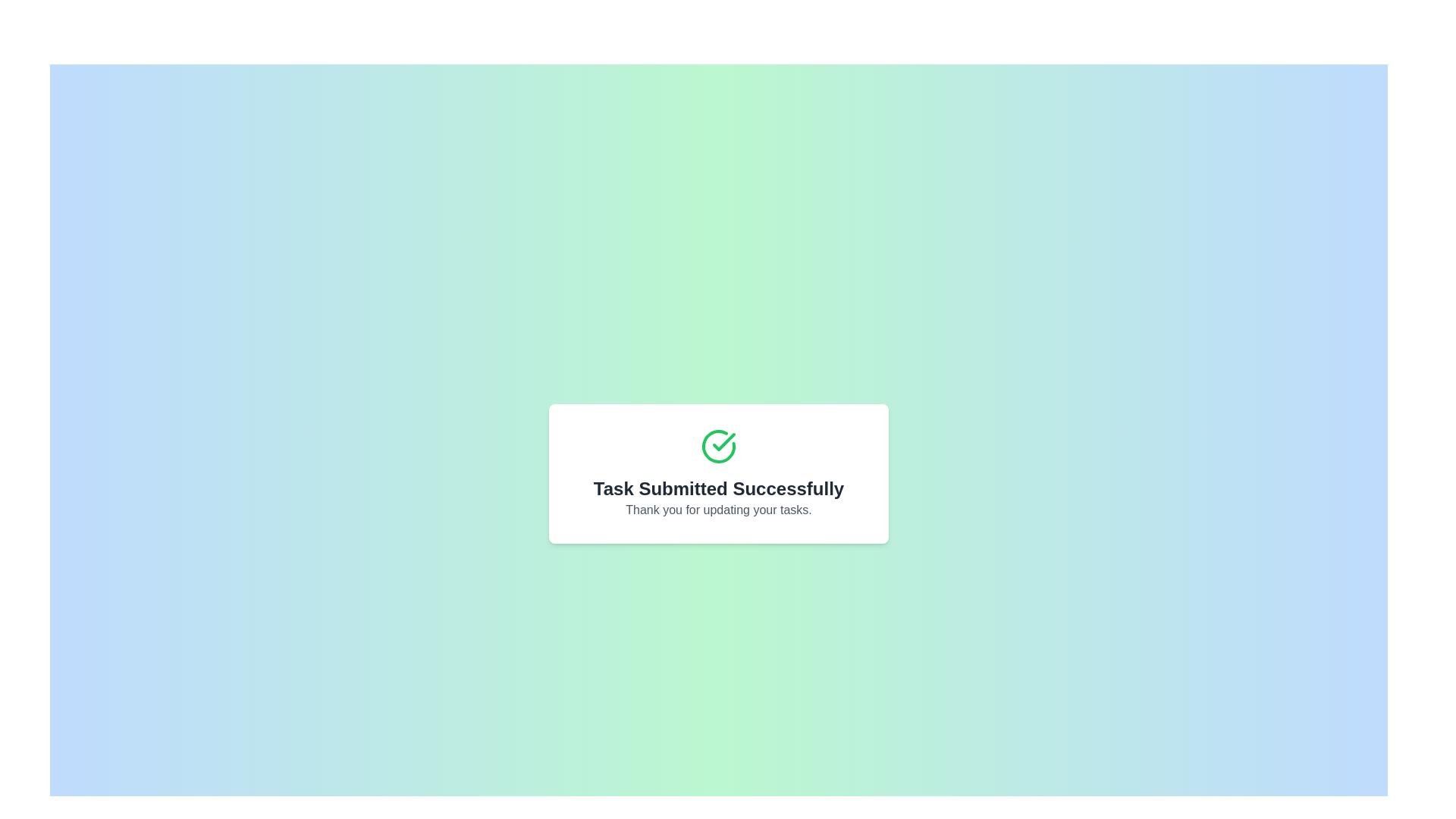  Describe the element at coordinates (718, 446) in the screenshot. I see `circular confirmation icon featuring a green checkmark, located at the top of the card for success confirmation, by clicking on it` at that location.